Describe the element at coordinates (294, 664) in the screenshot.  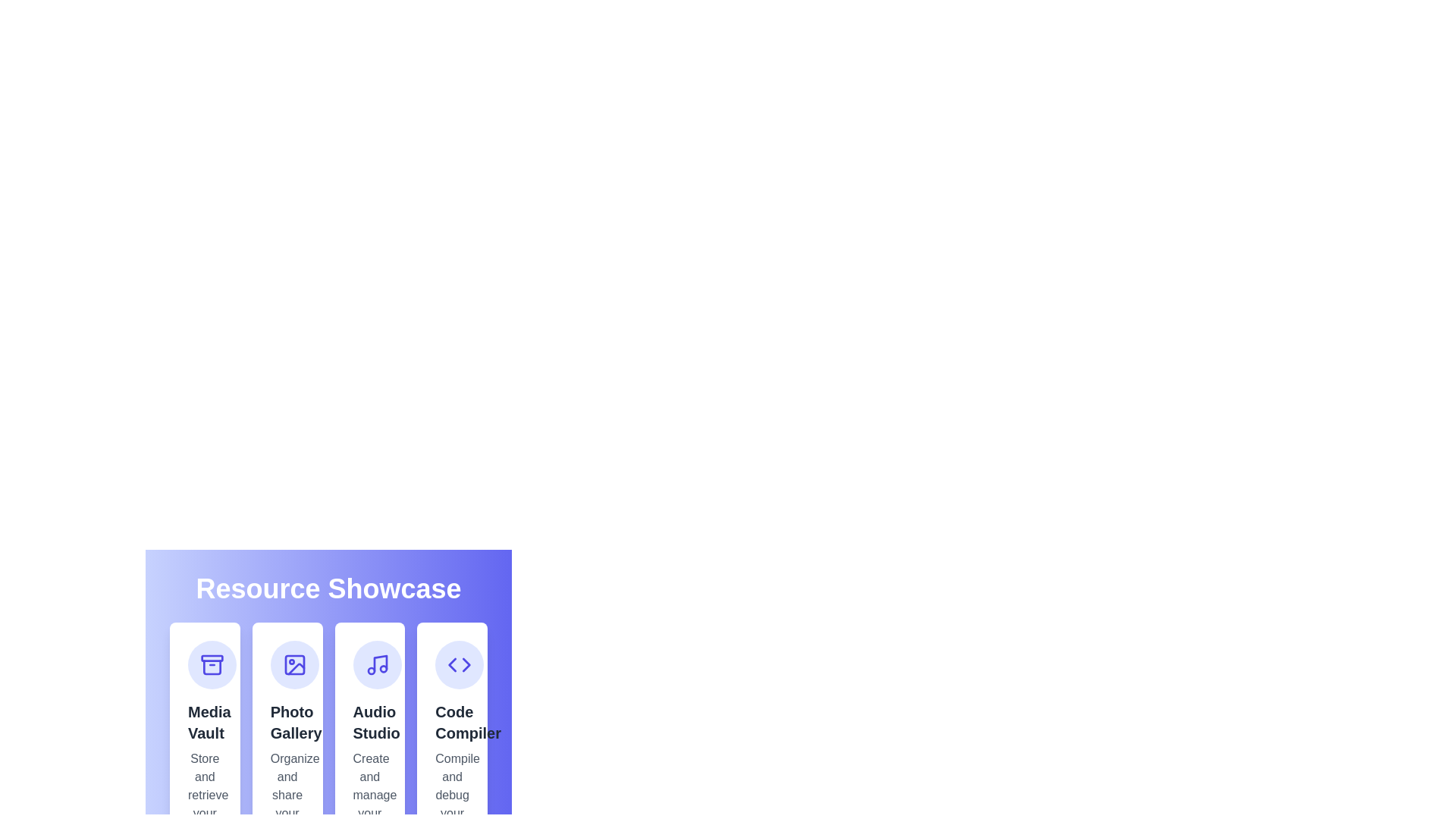
I see `the bluish-purple photographic image icon located second from the left in the horizontal row of circular icons within the 'Resource Showcase' section` at that location.